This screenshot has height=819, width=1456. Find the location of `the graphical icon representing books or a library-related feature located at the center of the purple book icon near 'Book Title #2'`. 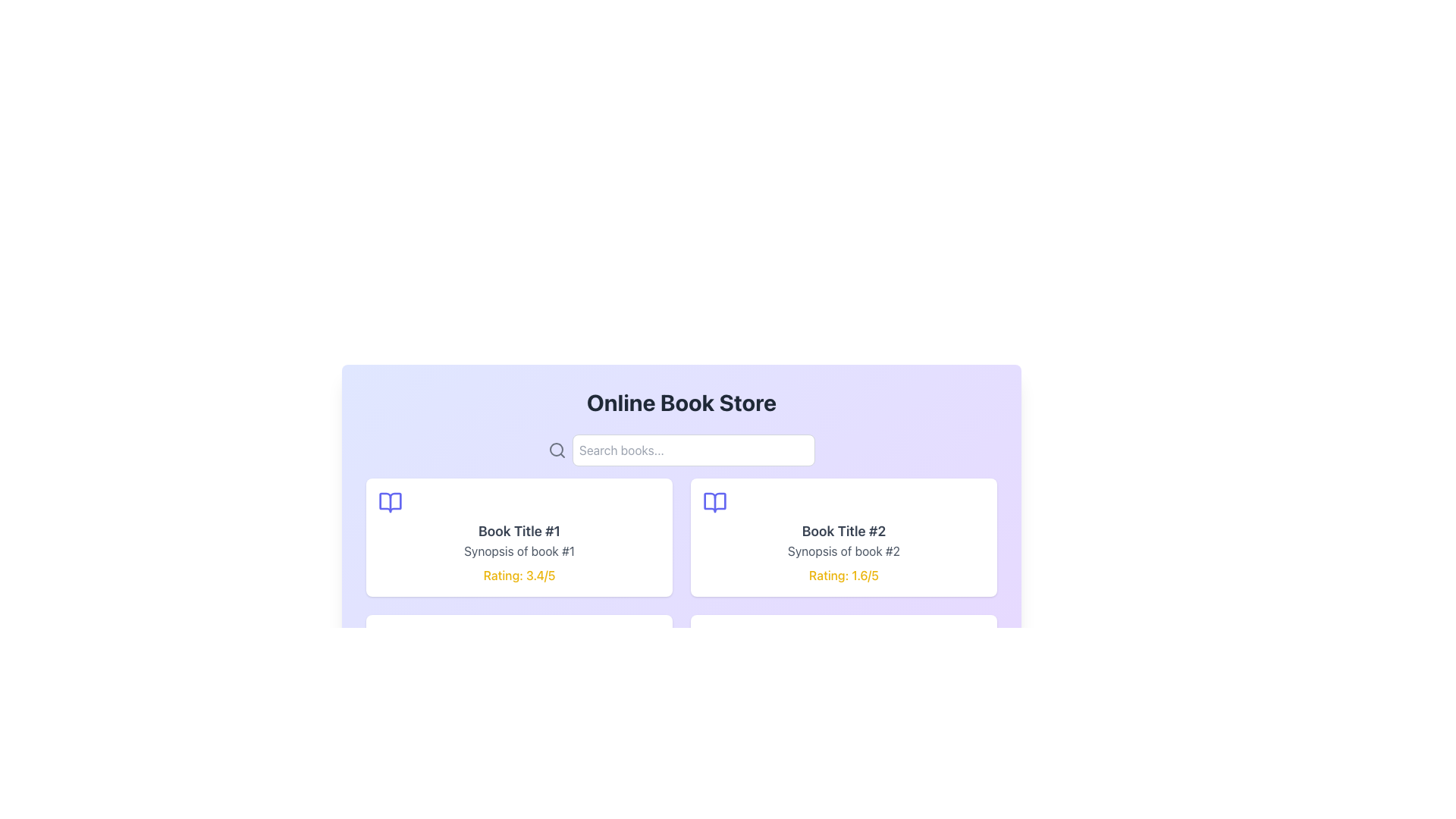

the graphical icon representing books or a library-related feature located at the center of the purple book icon near 'Book Title #2' is located at coordinates (390, 503).